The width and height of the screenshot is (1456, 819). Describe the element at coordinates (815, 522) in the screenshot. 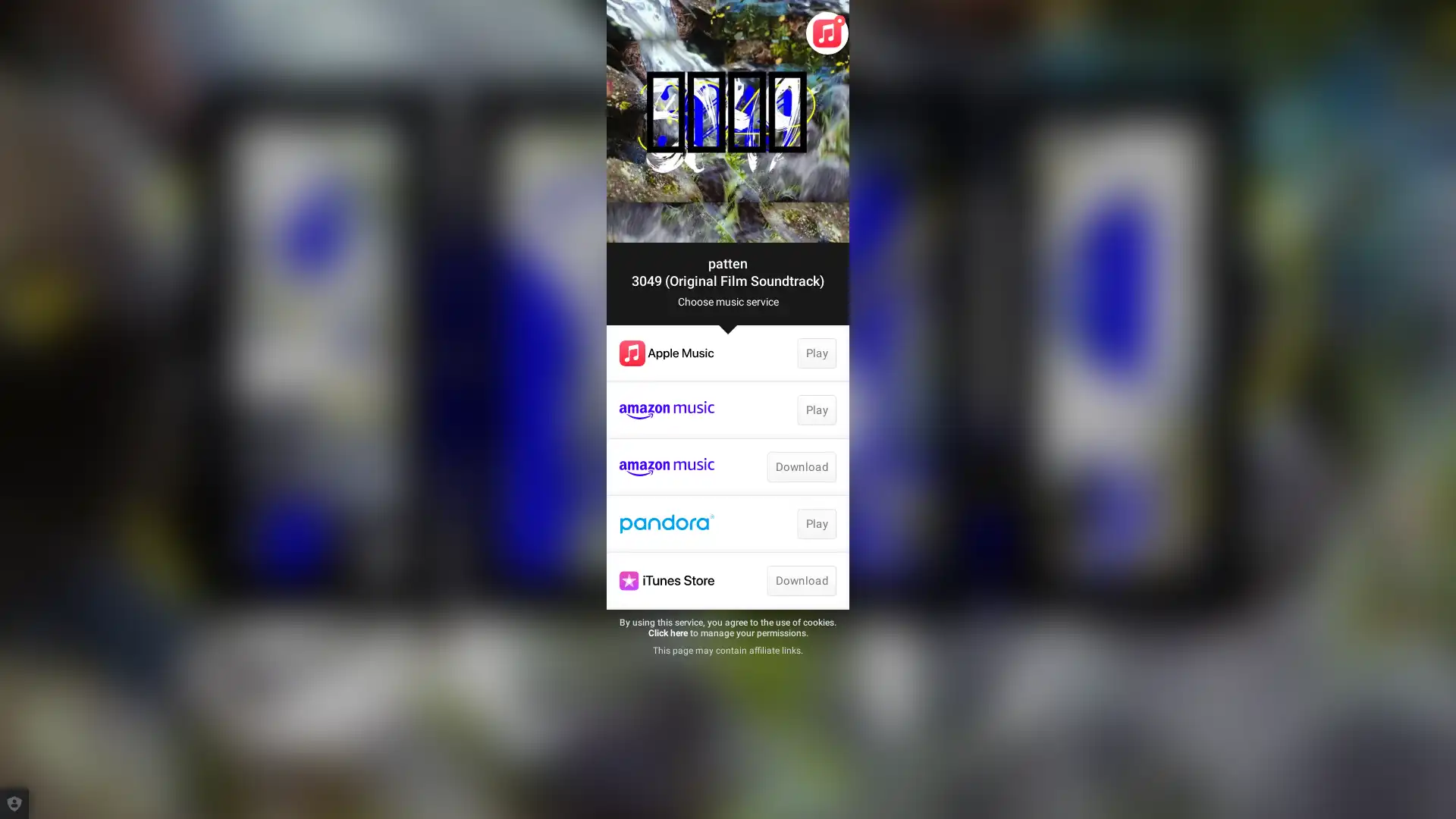

I see `Play` at that location.